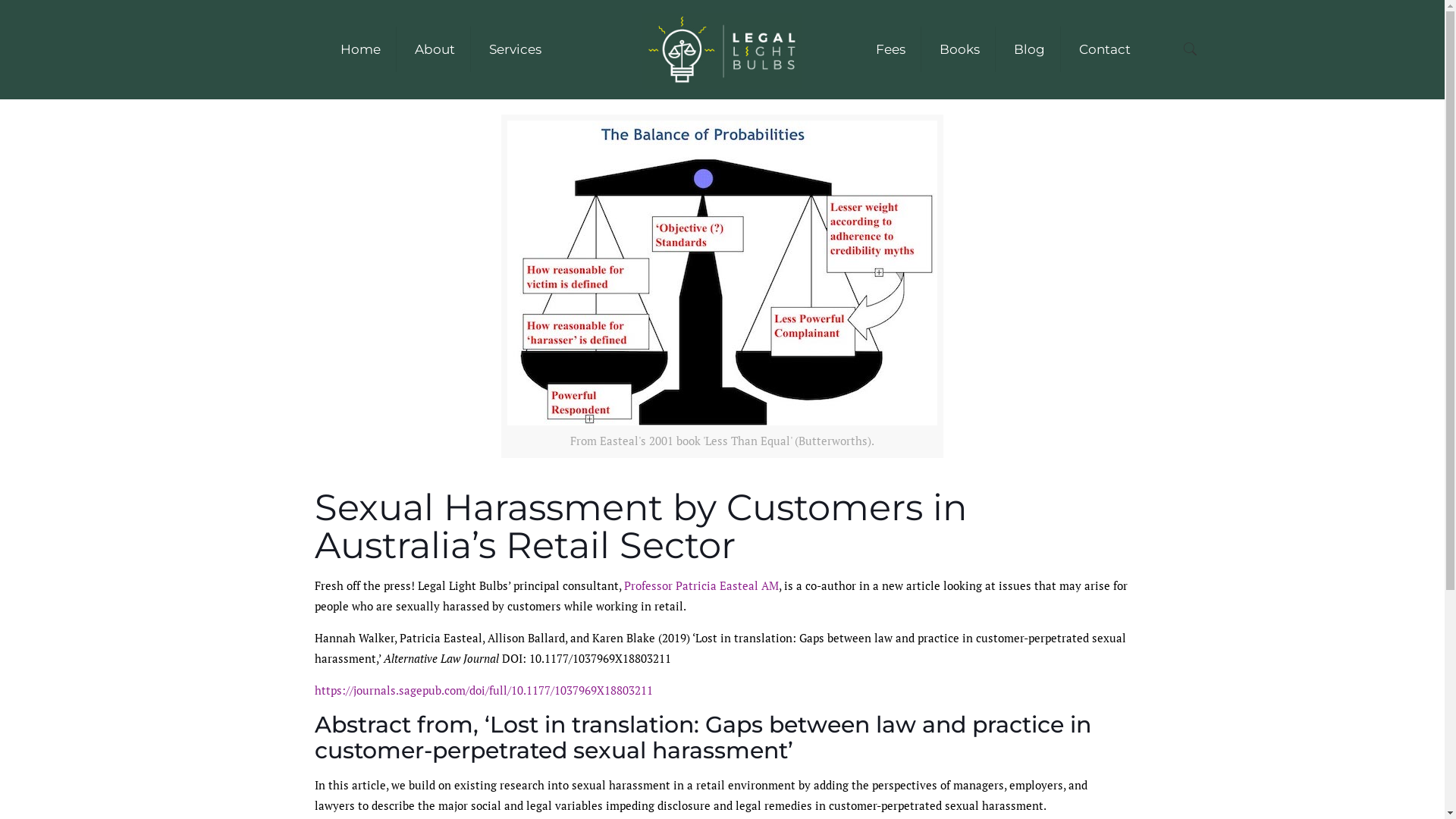  I want to click on 'Fees', so click(860, 49).